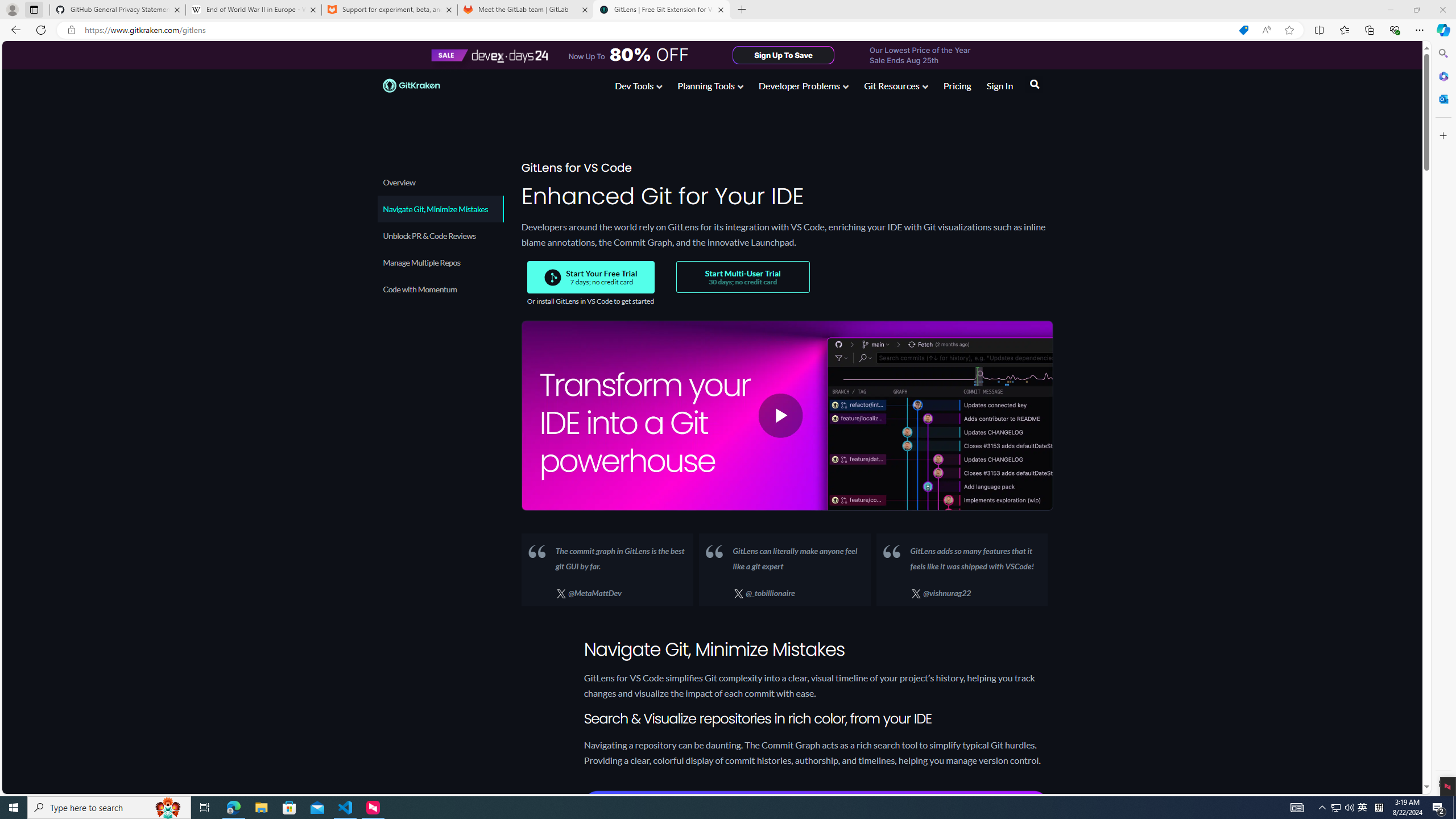 The image size is (1456, 819). Describe the element at coordinates (440, 262) in the screenshot. I see `'Manage Multiple Repos'` at that location.